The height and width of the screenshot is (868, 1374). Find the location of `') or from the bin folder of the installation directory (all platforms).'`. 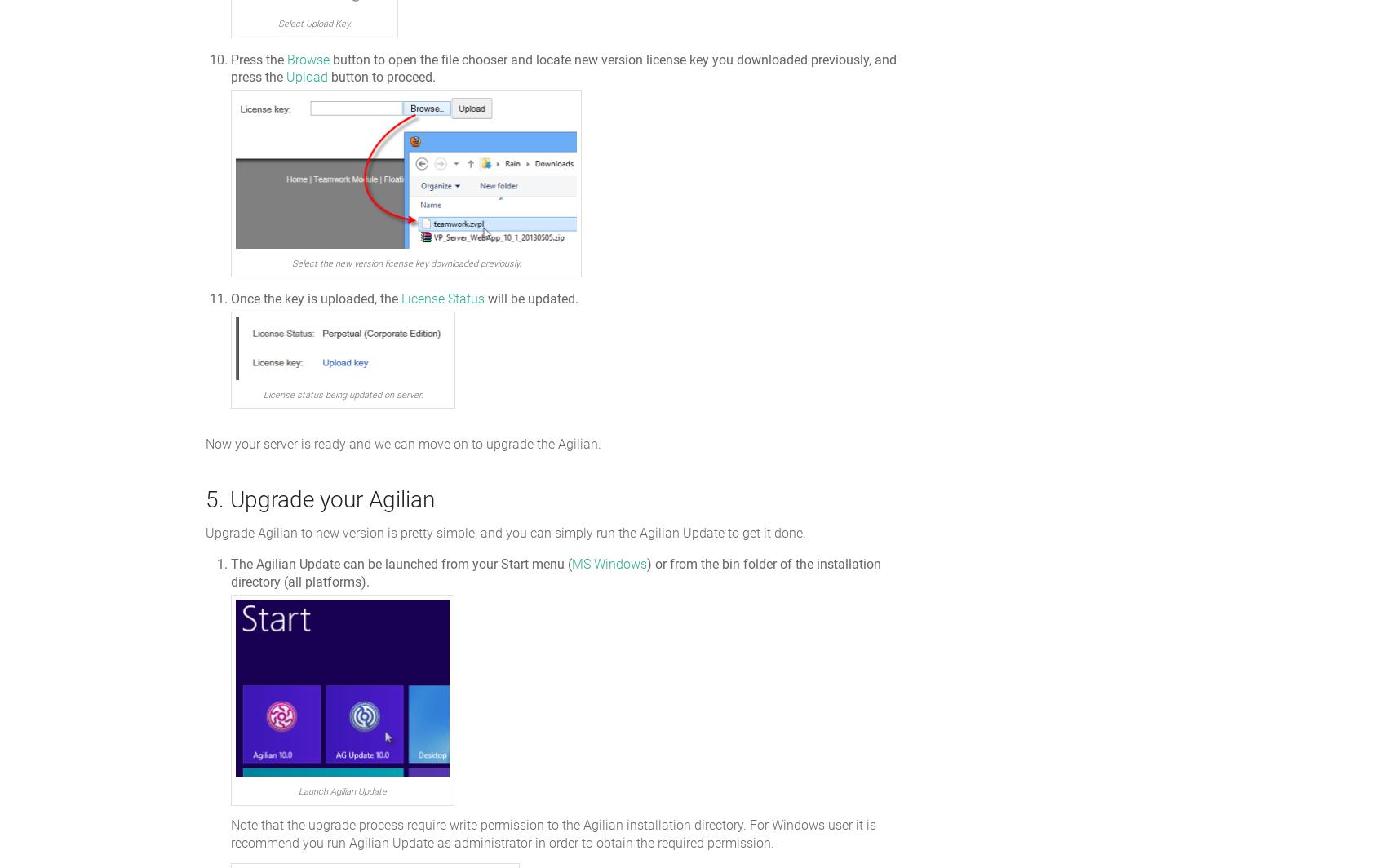

') or from the bin folder of the installation directory (all platforms).' is located at coordinates (556, 573).